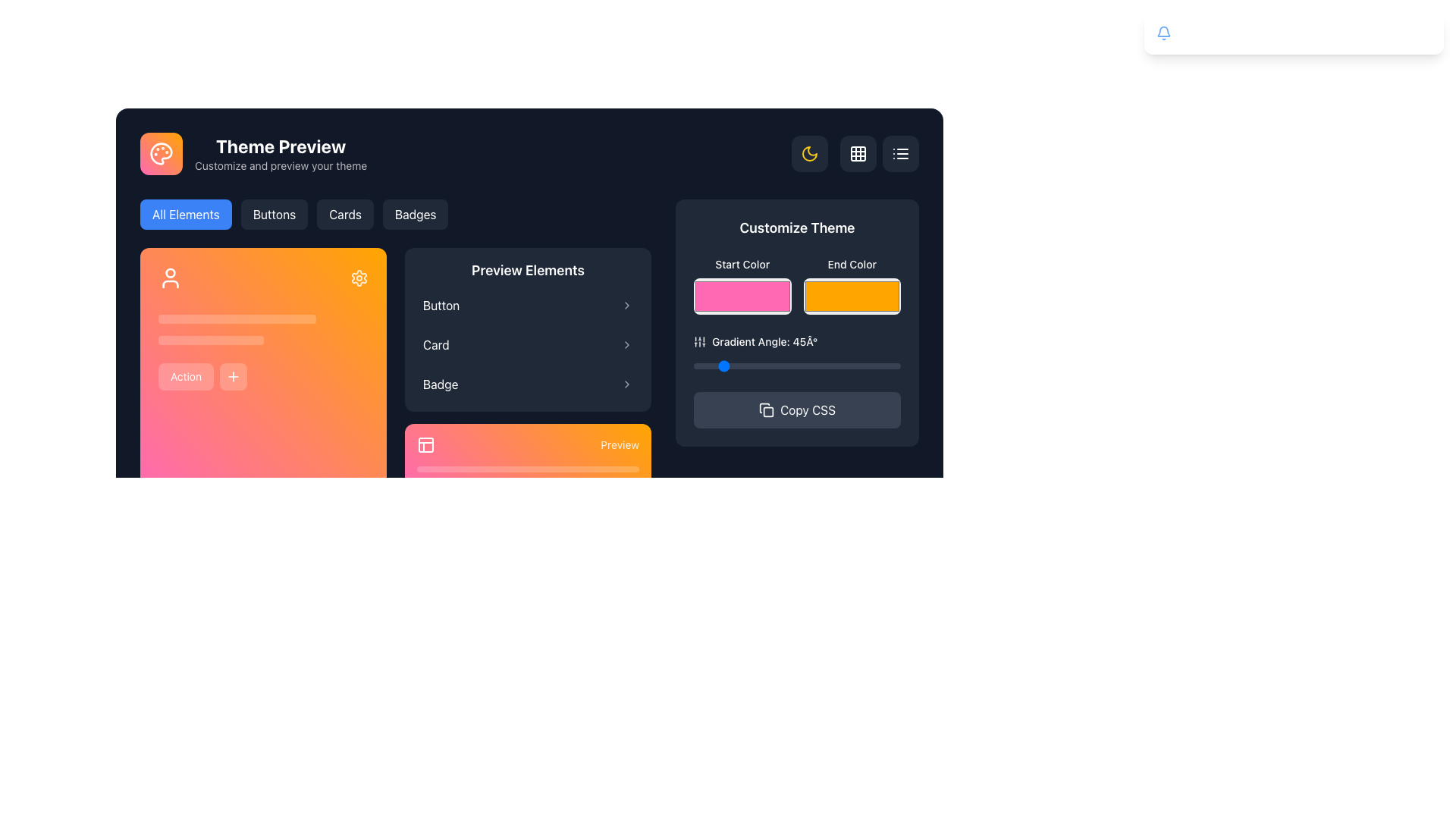 The height and width of the screenshot is (819, 1456). What do you see at coordinates (185, 214) in the screenshot?
I see `the 'All Elements' button, which is a rectangular button with white text on a blue background, located directly beneath the 'Theme Preview' header` at bounding box center [185, 214].